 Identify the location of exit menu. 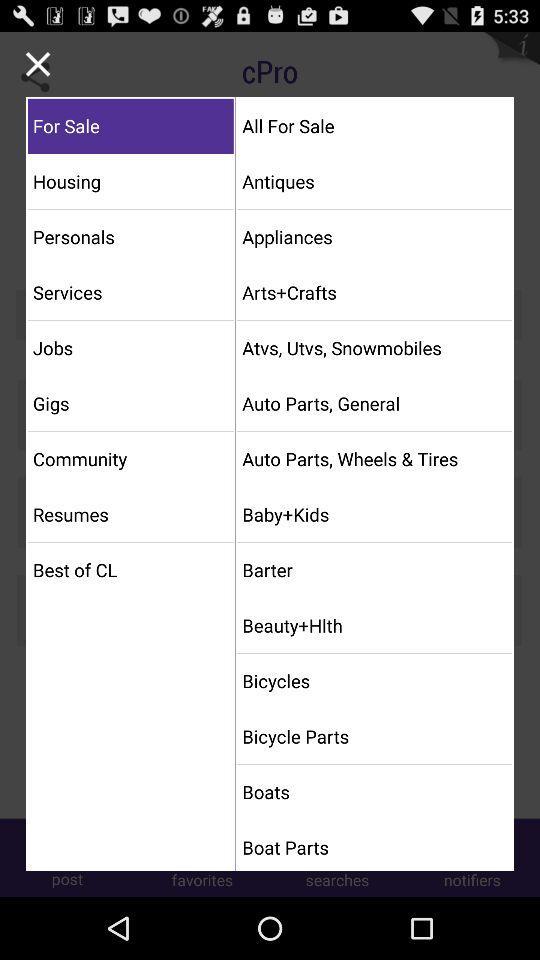
(38, 64).